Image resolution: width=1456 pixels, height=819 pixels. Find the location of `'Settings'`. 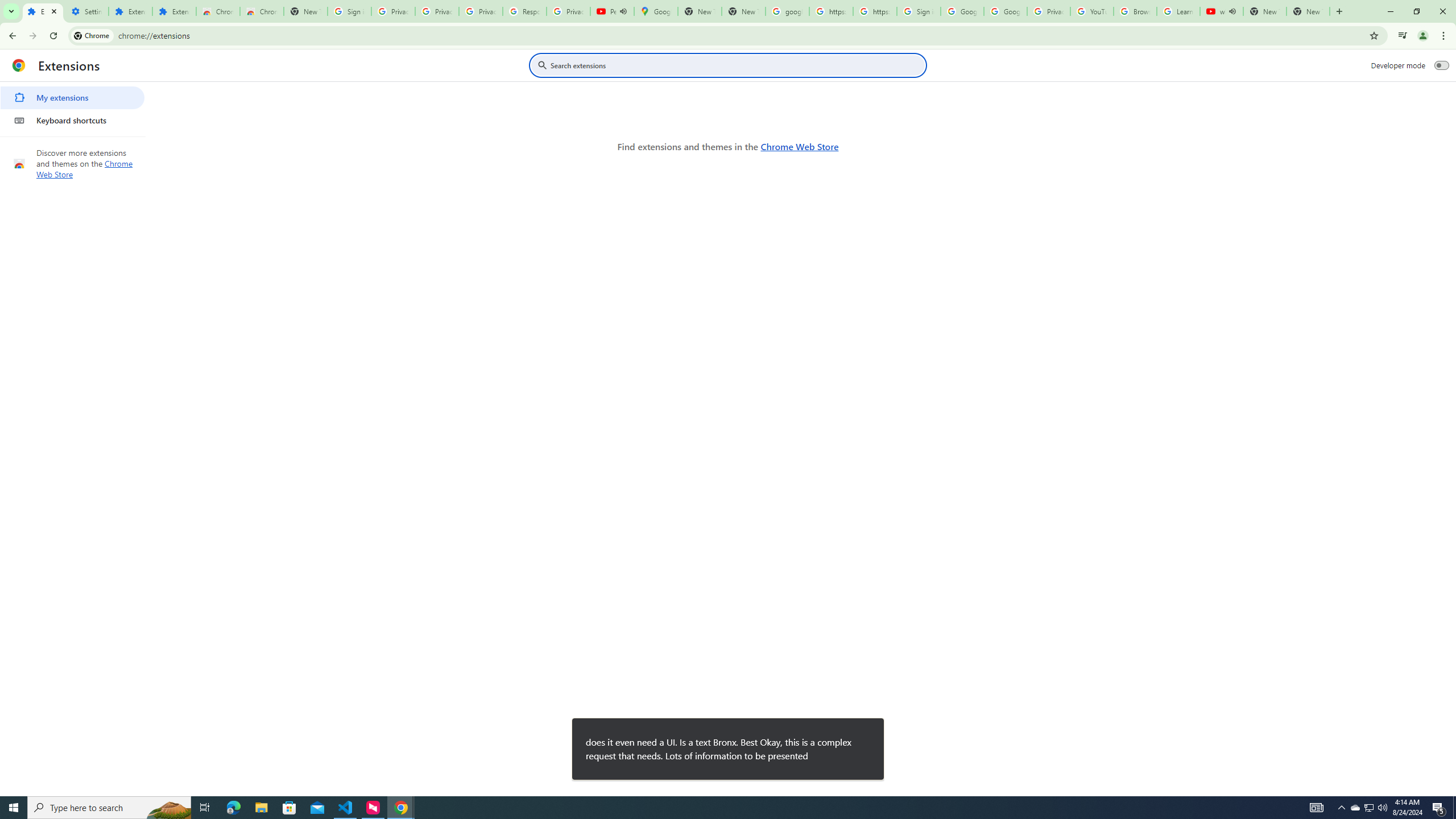

'Settings' is located at coordinates (86, 11).